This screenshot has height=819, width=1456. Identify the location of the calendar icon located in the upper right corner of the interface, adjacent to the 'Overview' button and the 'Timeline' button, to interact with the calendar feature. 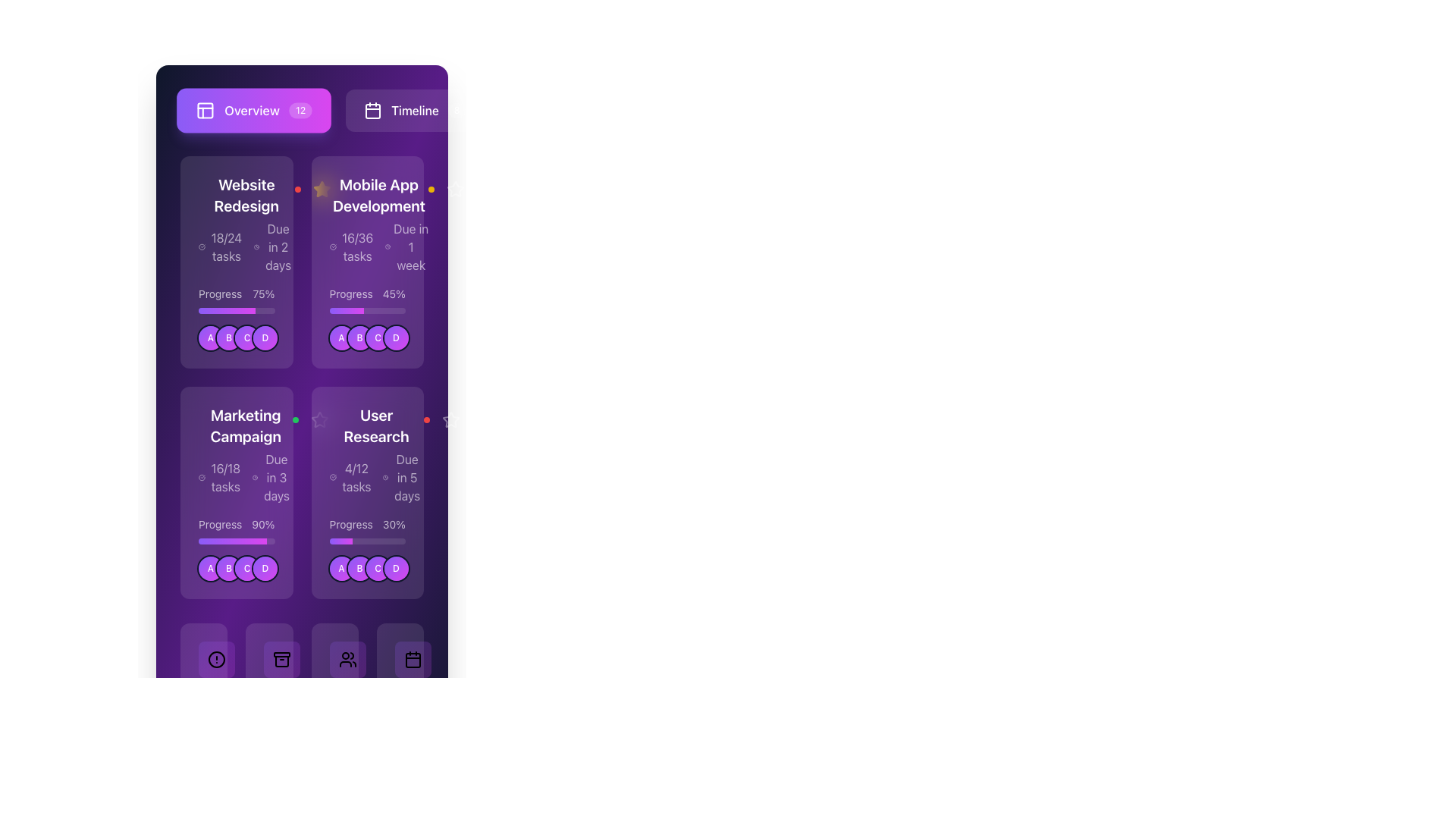
(373, 110).